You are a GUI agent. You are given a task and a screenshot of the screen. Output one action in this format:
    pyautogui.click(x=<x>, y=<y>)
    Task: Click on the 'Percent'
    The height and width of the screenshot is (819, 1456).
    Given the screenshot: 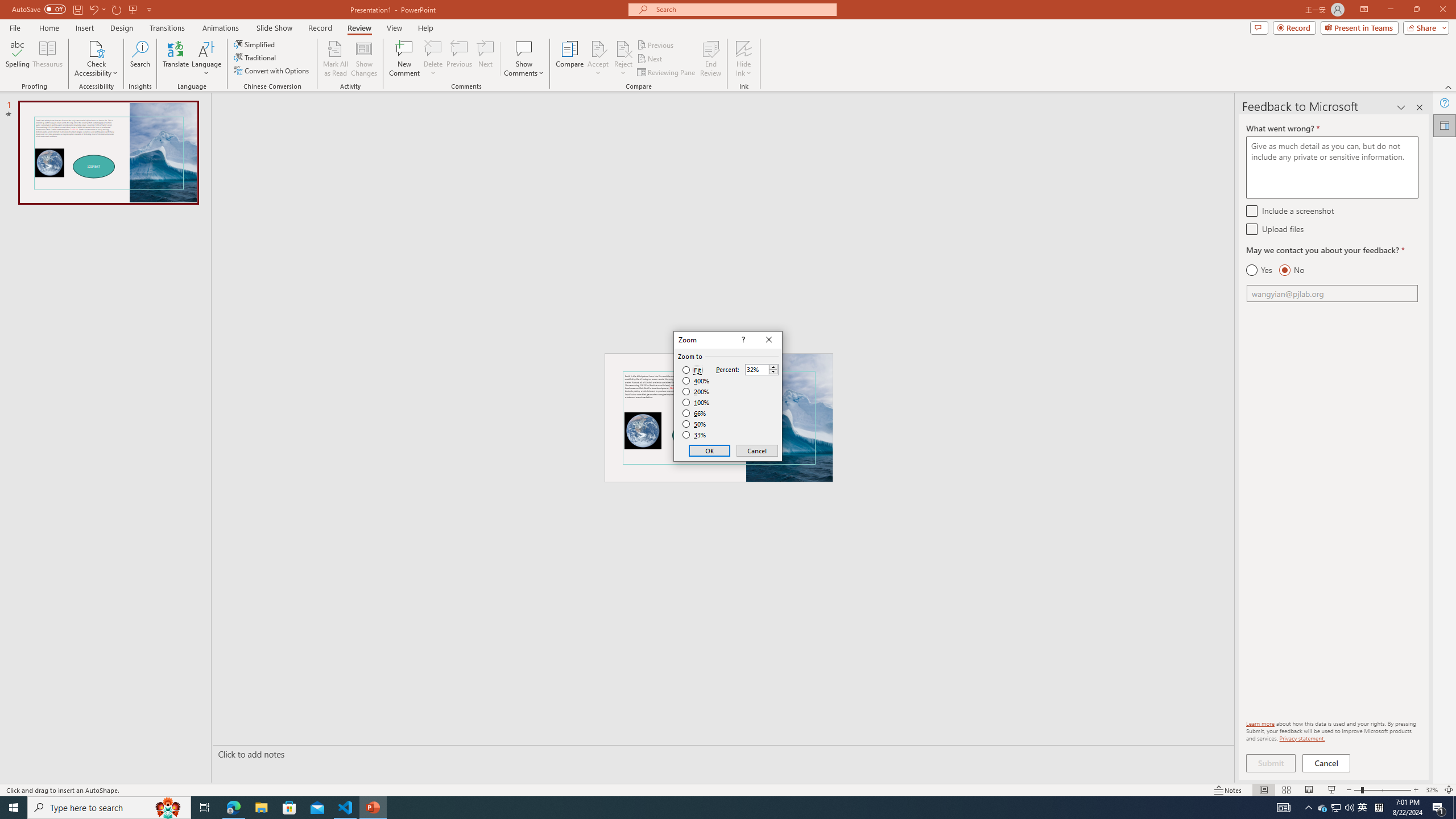 What is the action you would take?
    pyautogui.click(x=762, y=369)
    